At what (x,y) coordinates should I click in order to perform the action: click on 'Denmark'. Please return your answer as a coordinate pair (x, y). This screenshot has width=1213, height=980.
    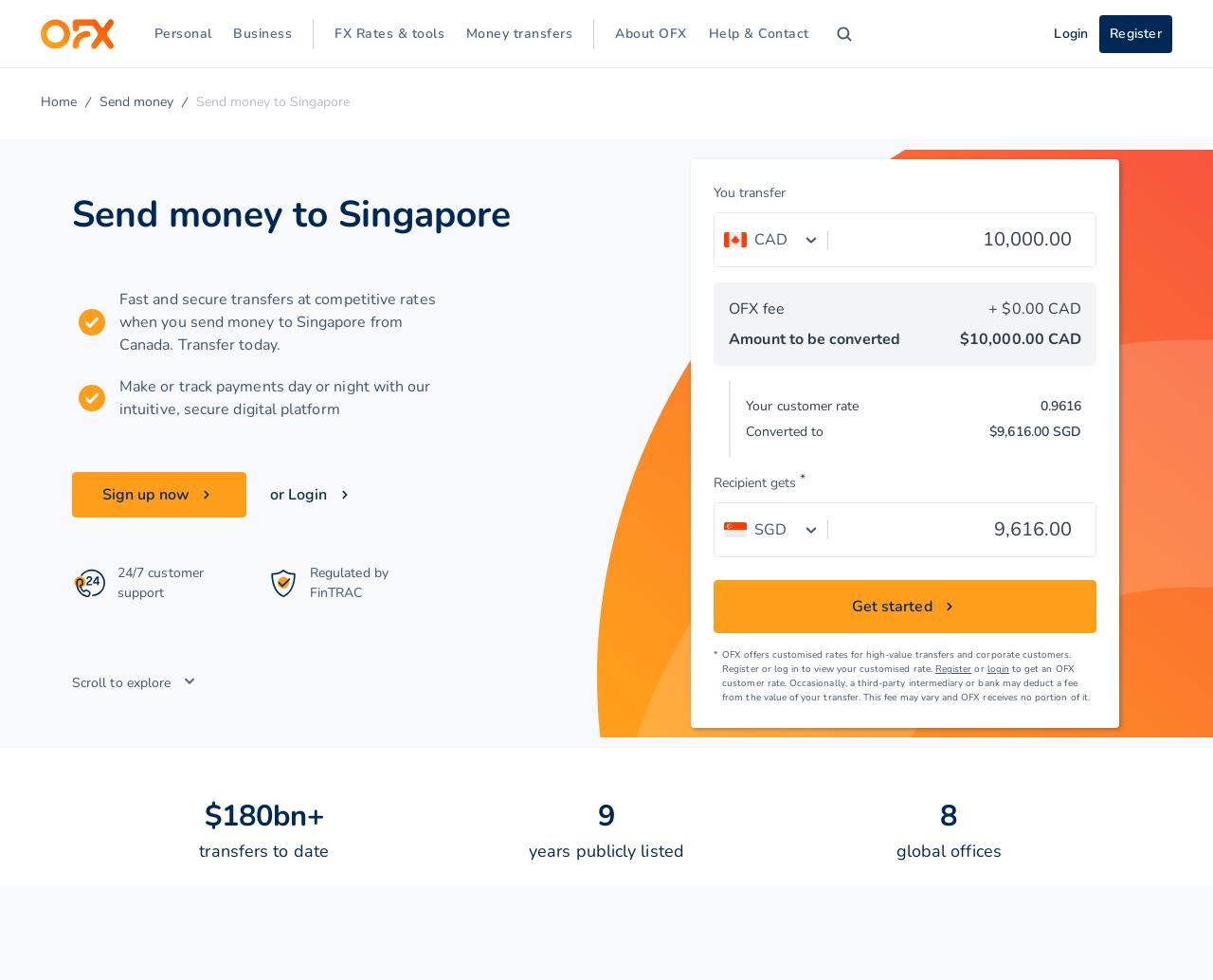
    Looking at the image, I should click on (133, 206).